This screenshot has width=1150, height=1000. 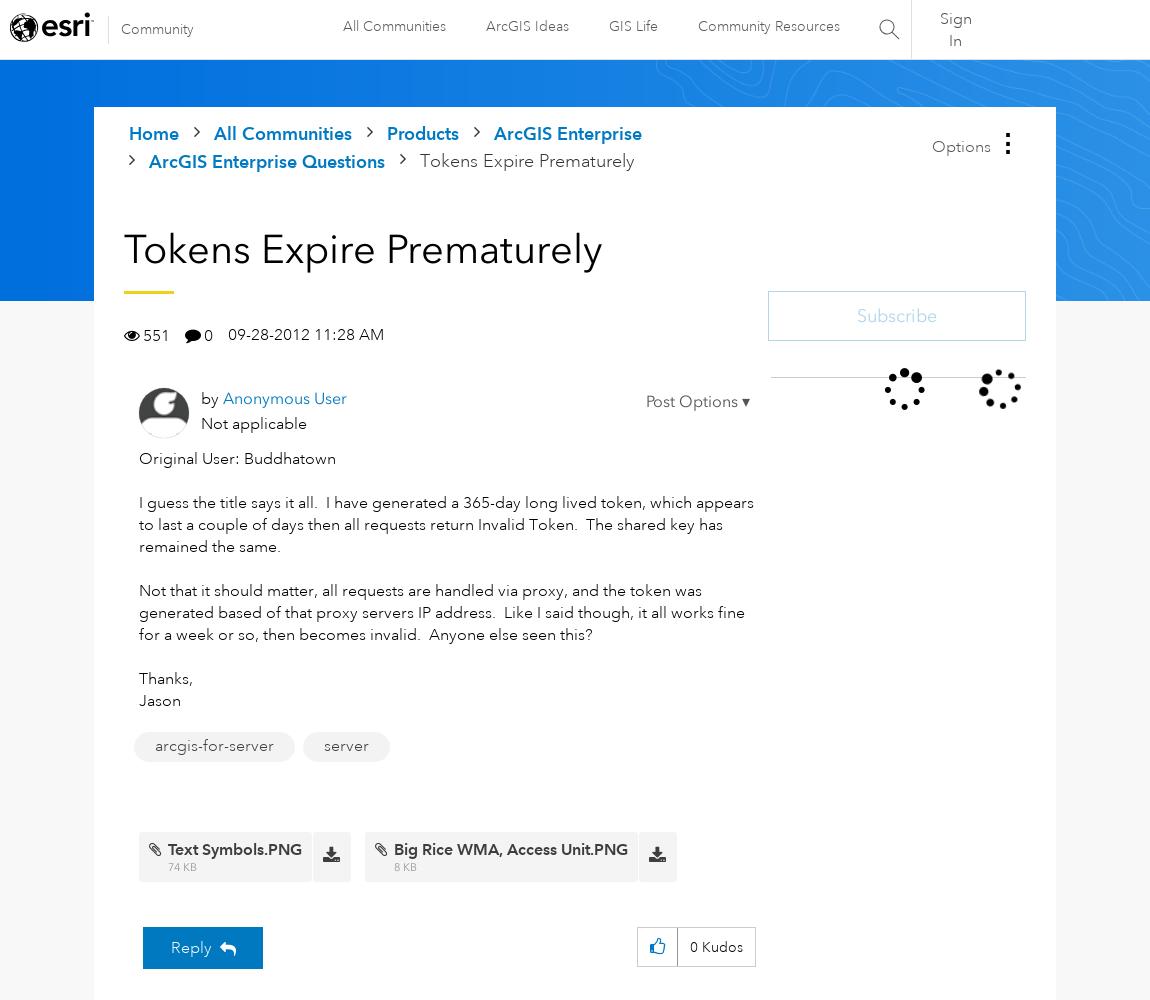 What do you see at coordinates (138, 525) in the screenshot?
I see `'I guess the title says it all.  I have generated a 365-day long lived token, which appears to last a couple of days then all requests return Invalid Token.  The shared key has remained the same.'` at bounding box center [138, 525].